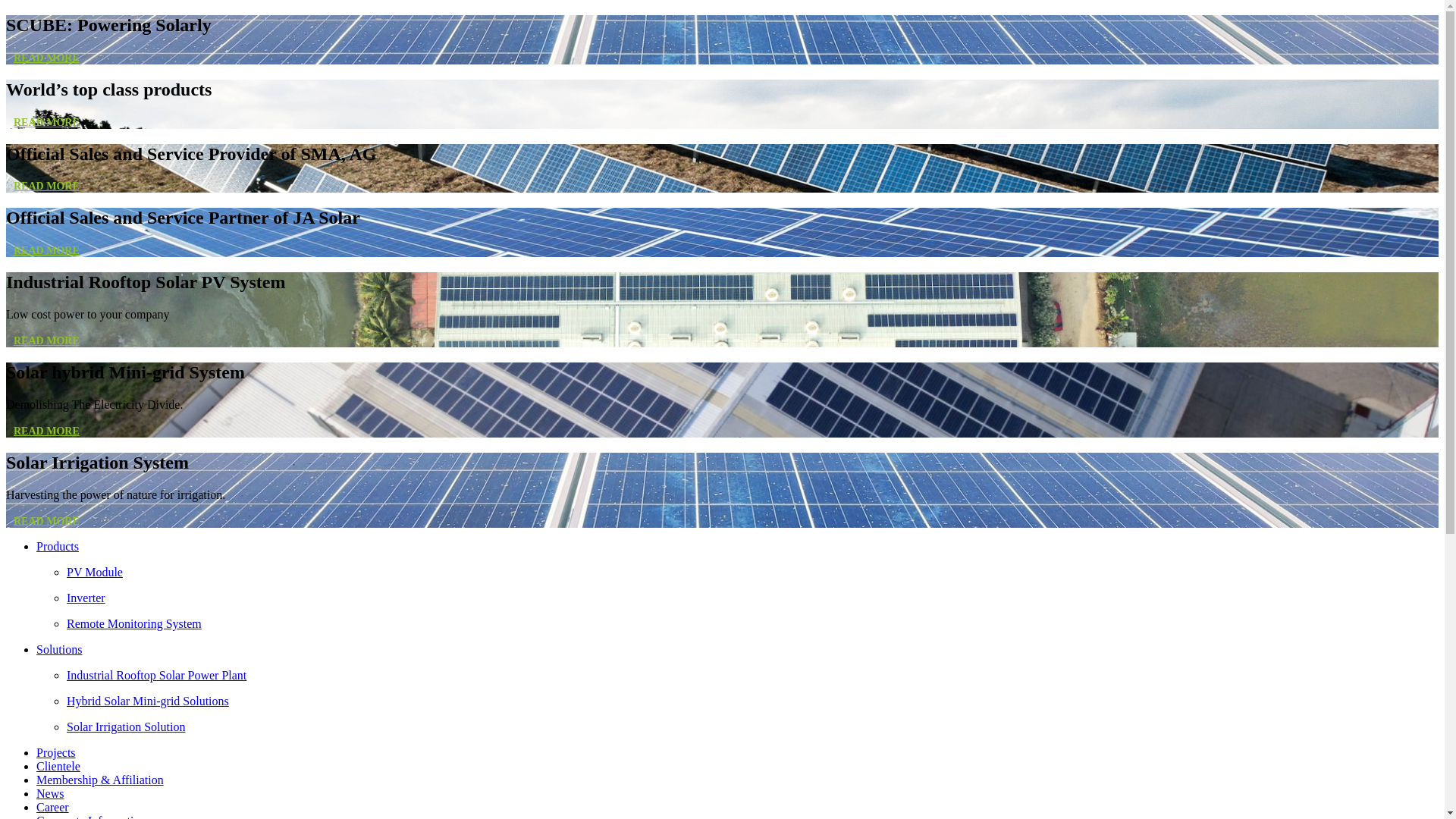  What do you see at coordinates (58, 766) in the screenshot?
I see `'Clientele'` at bounding box center [58, 766].